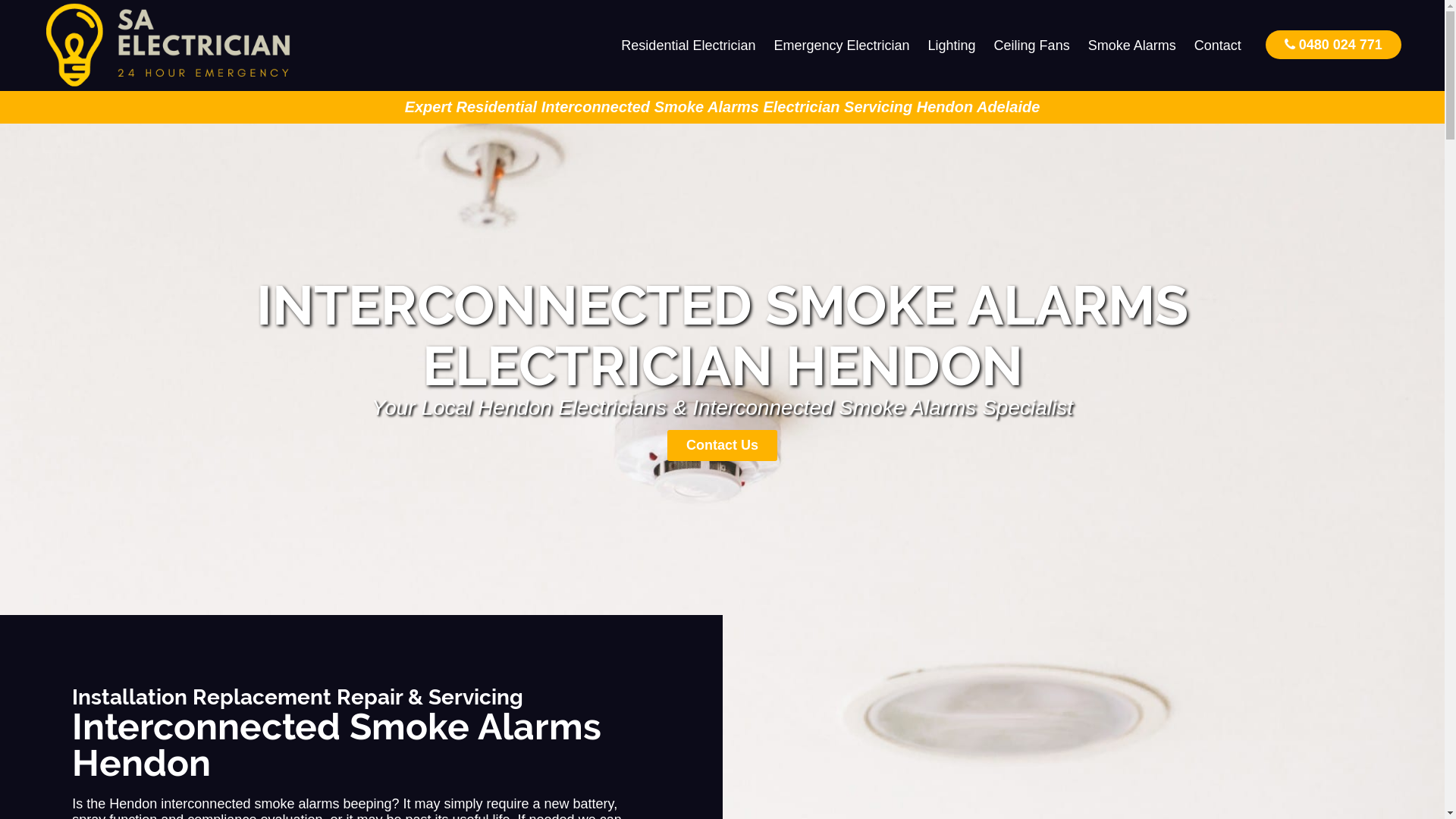 The height and width of the screenshot is (819, 1456). Describe the element at coordinates (687, 45) in the screenshot. I see `'Residential Electrician'` at that location.